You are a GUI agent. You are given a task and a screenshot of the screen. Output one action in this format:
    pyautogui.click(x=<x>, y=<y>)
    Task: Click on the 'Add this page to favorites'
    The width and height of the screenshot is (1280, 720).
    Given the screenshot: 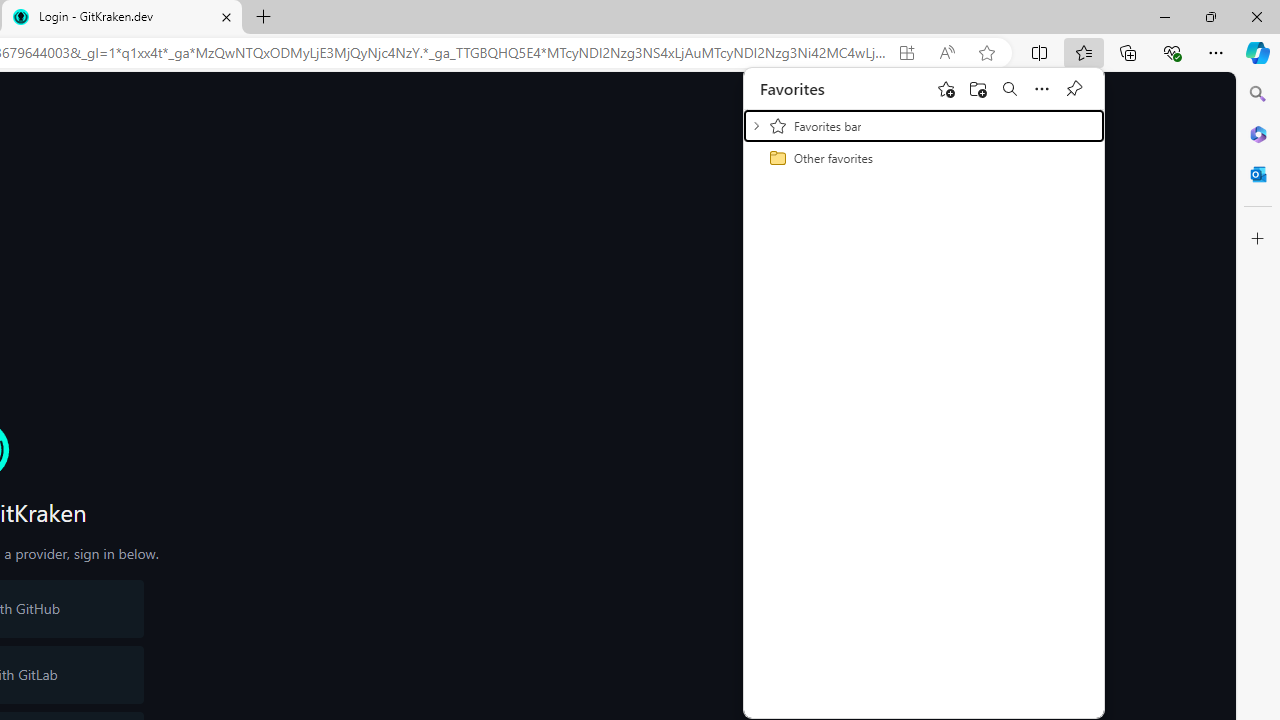 What is the action you would take?
    pyautogui.click(x=944, y=87)
    